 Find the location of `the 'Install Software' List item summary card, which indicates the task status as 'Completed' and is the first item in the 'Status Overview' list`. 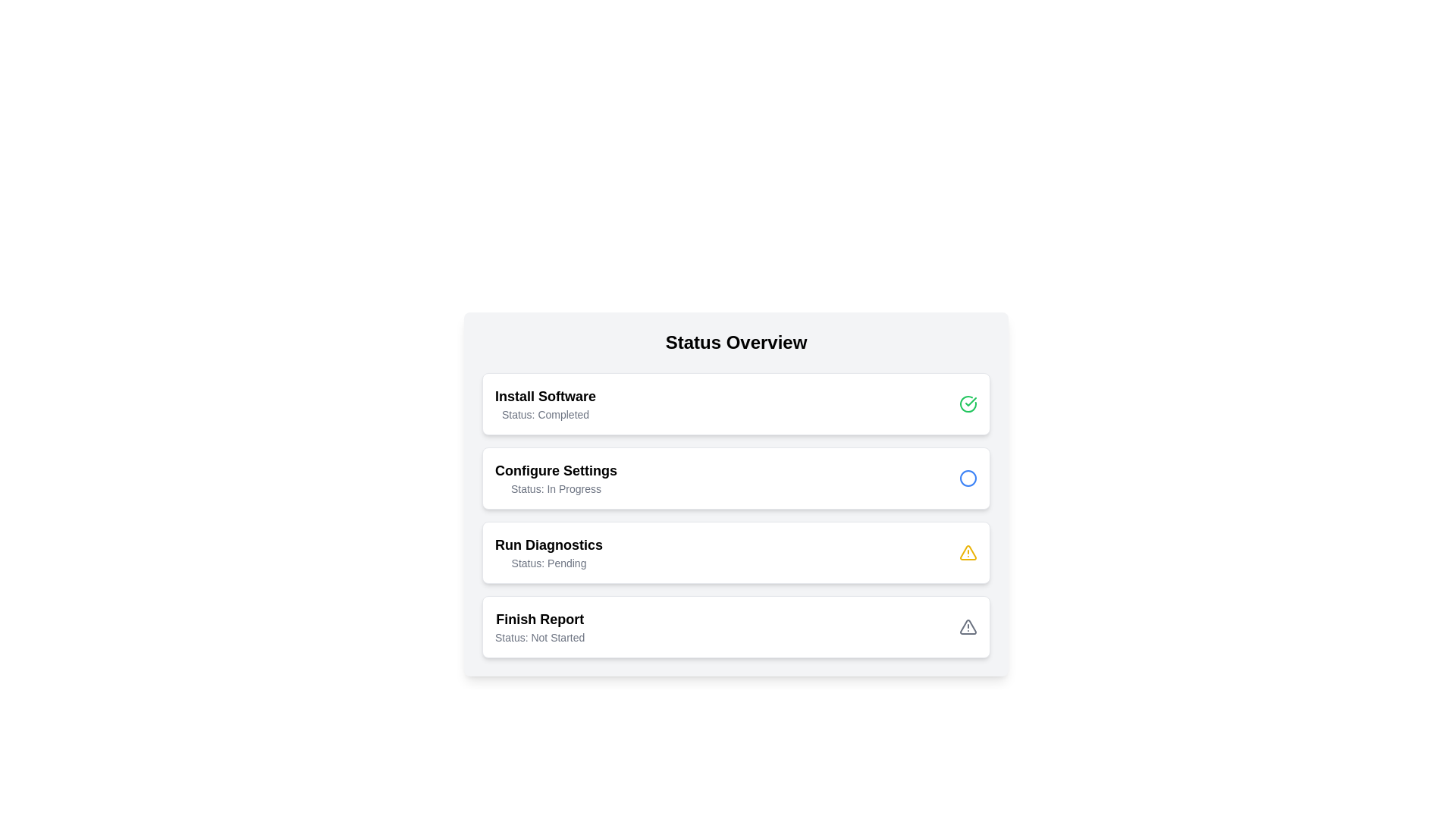

the 'Install Software' List item summary card, which indicates the task status as 'Completed' and is the first item in the 'Status Overview' list is located at coordinates (736, 403).